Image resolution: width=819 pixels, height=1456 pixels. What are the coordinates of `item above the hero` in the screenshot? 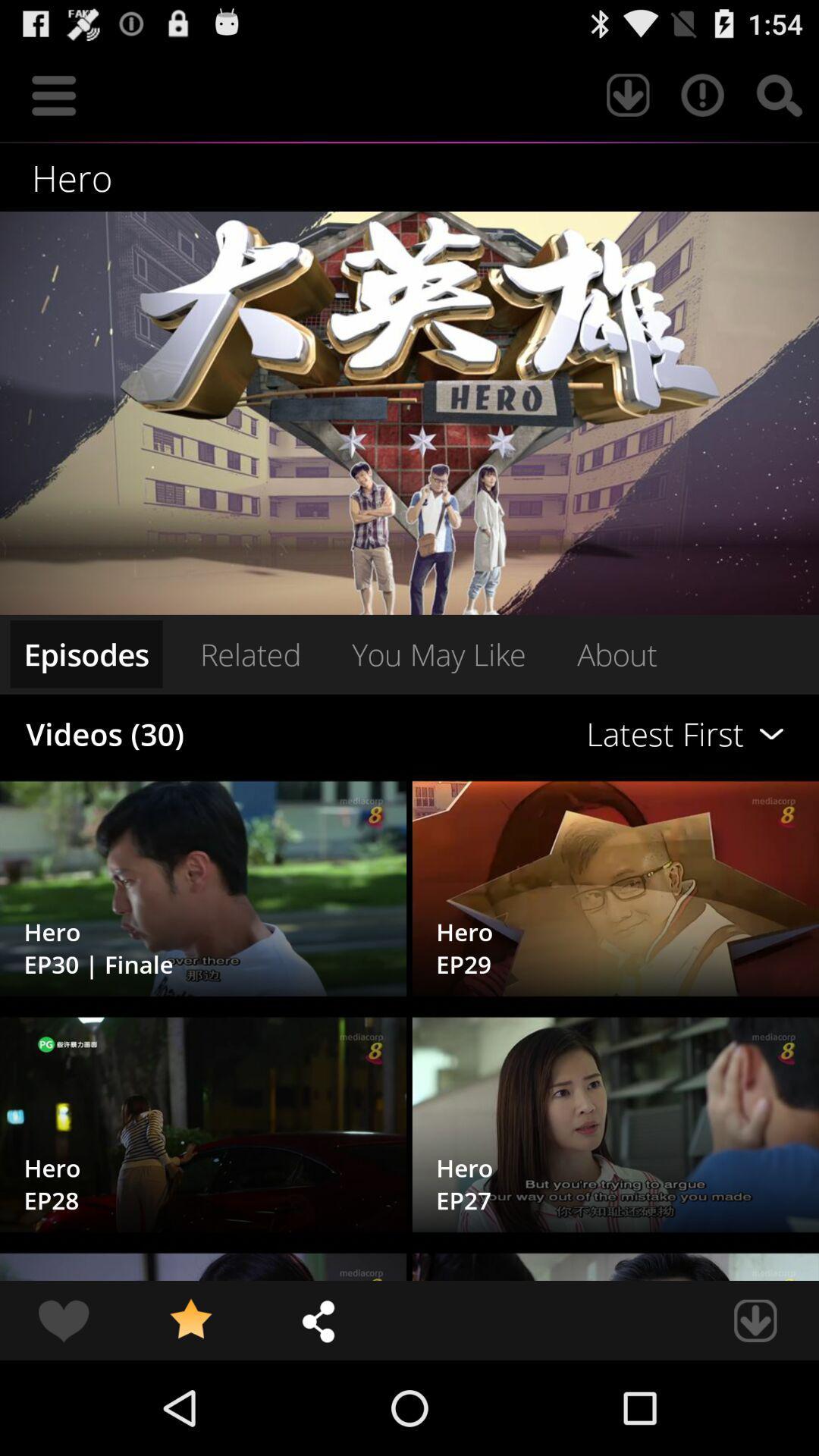 It's located at (702, 94).